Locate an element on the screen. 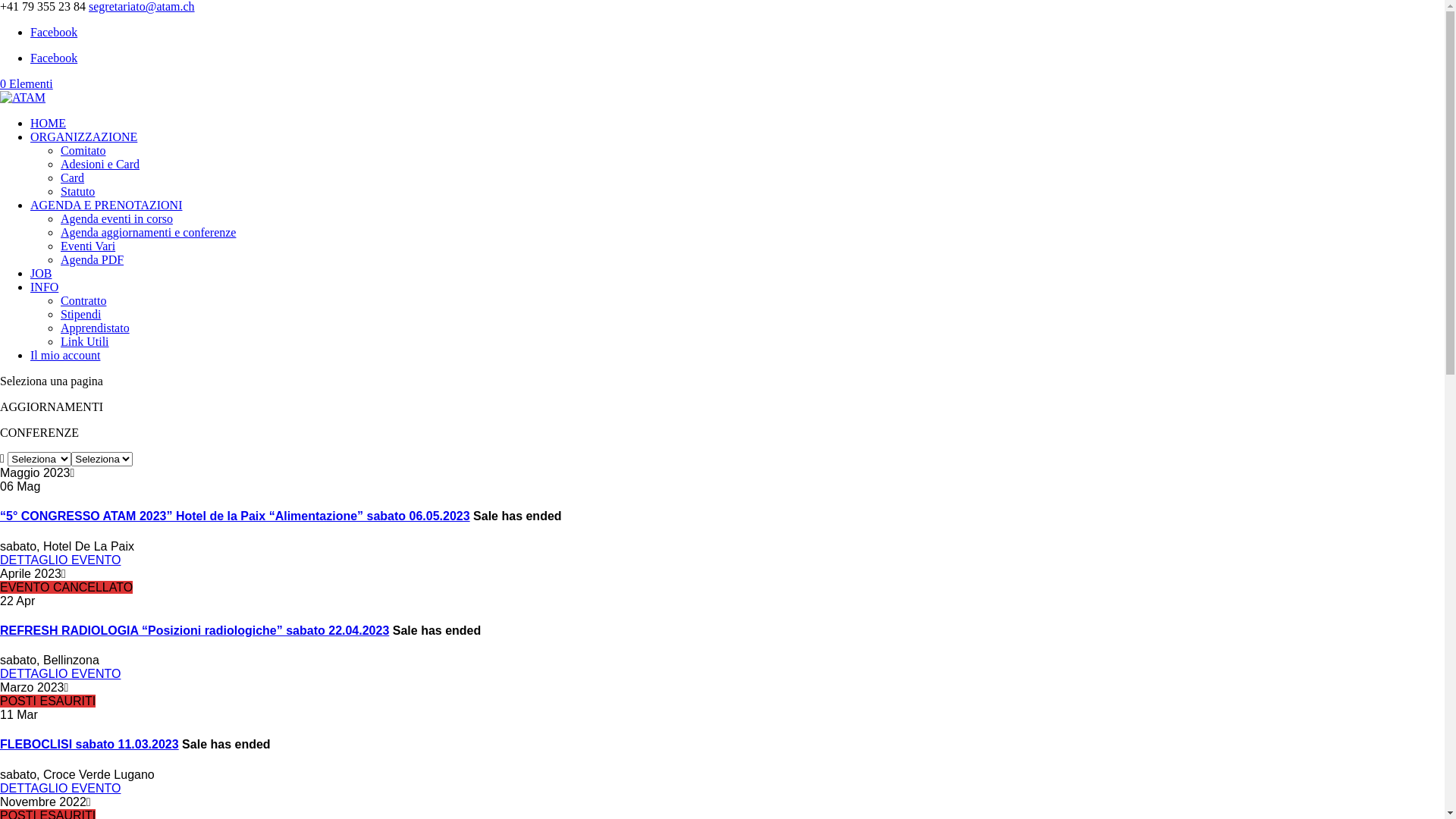  'Statuto' is located at coordinates (77, 190).